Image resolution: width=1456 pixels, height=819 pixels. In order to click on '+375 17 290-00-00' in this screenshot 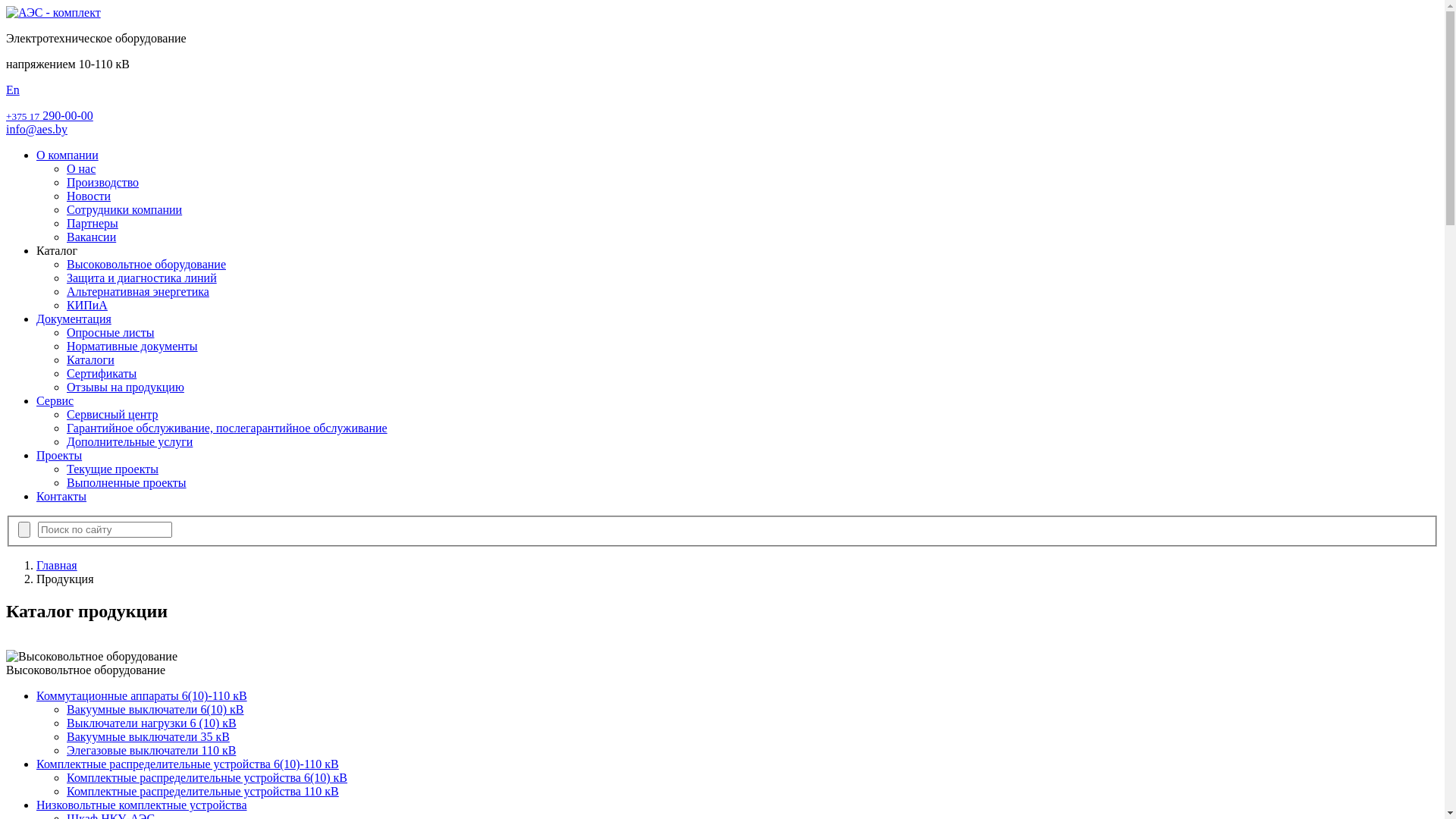, I will do `click(49, 115)`.